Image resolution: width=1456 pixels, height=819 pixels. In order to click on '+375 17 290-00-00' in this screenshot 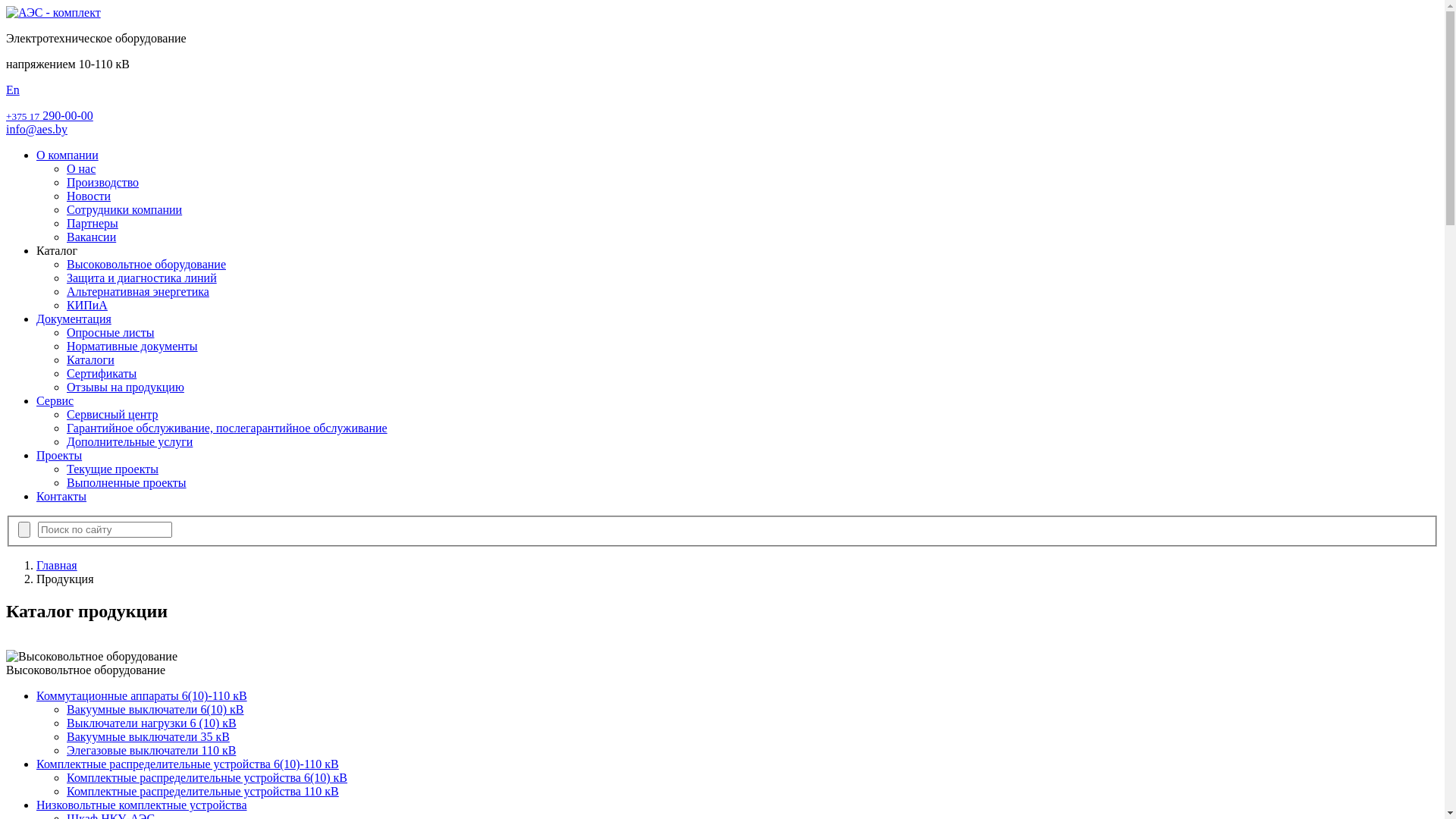, I will do `click(49, 115)`.